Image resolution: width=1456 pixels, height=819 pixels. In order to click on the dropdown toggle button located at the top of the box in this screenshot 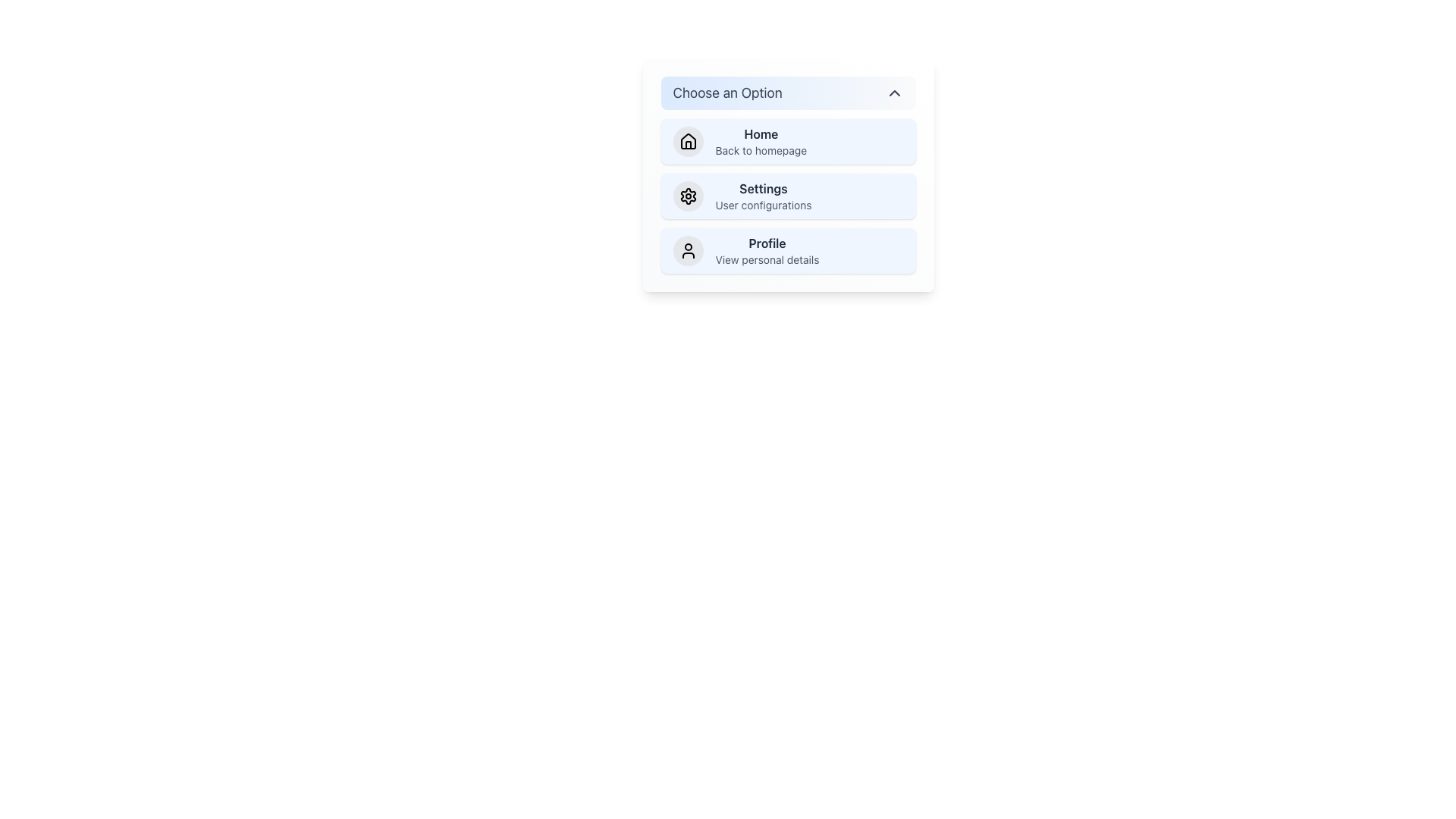, I will do `click(788, 93)`.